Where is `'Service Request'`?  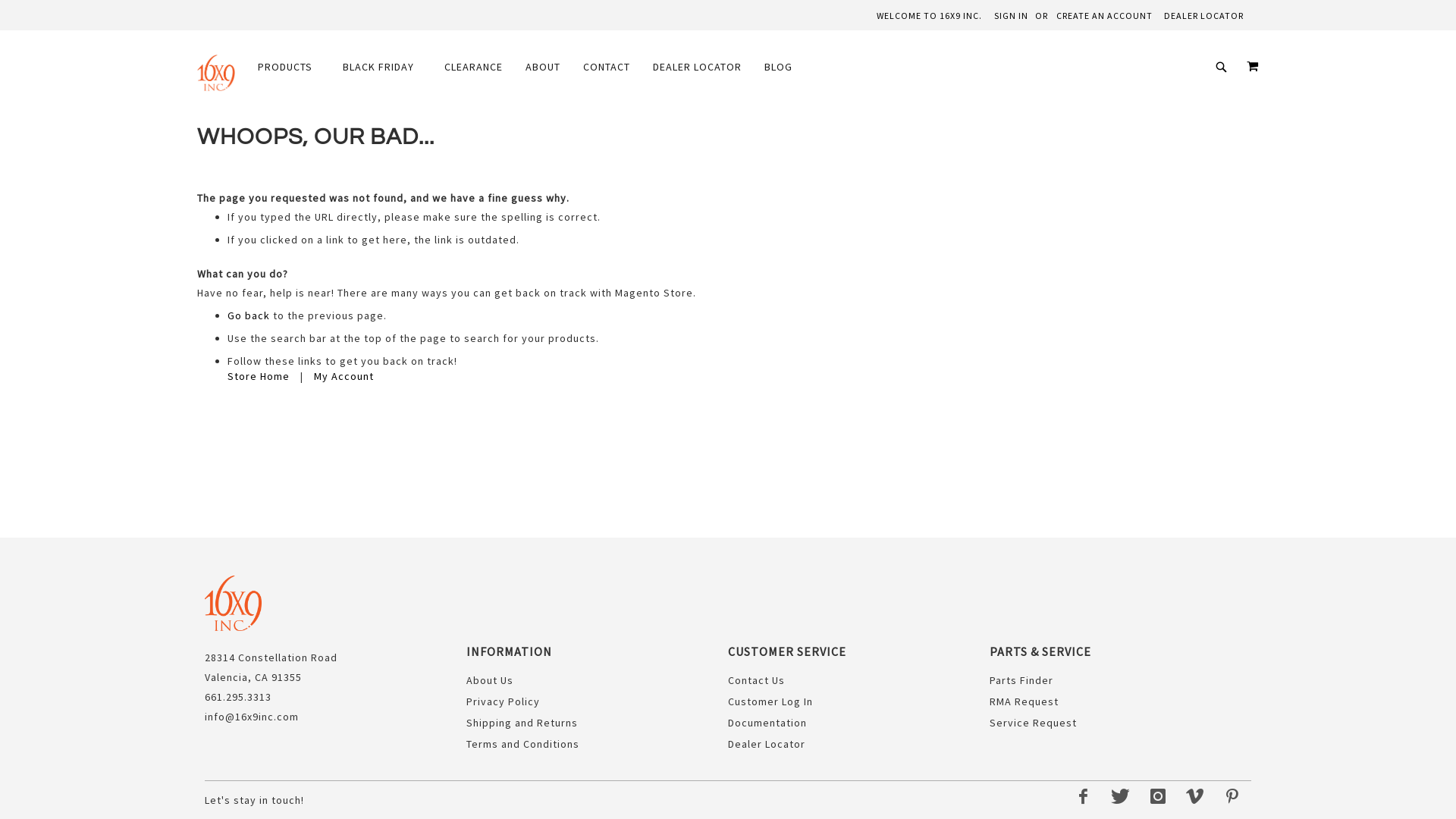 'Service Request' is located at coordinates (1032, 721).